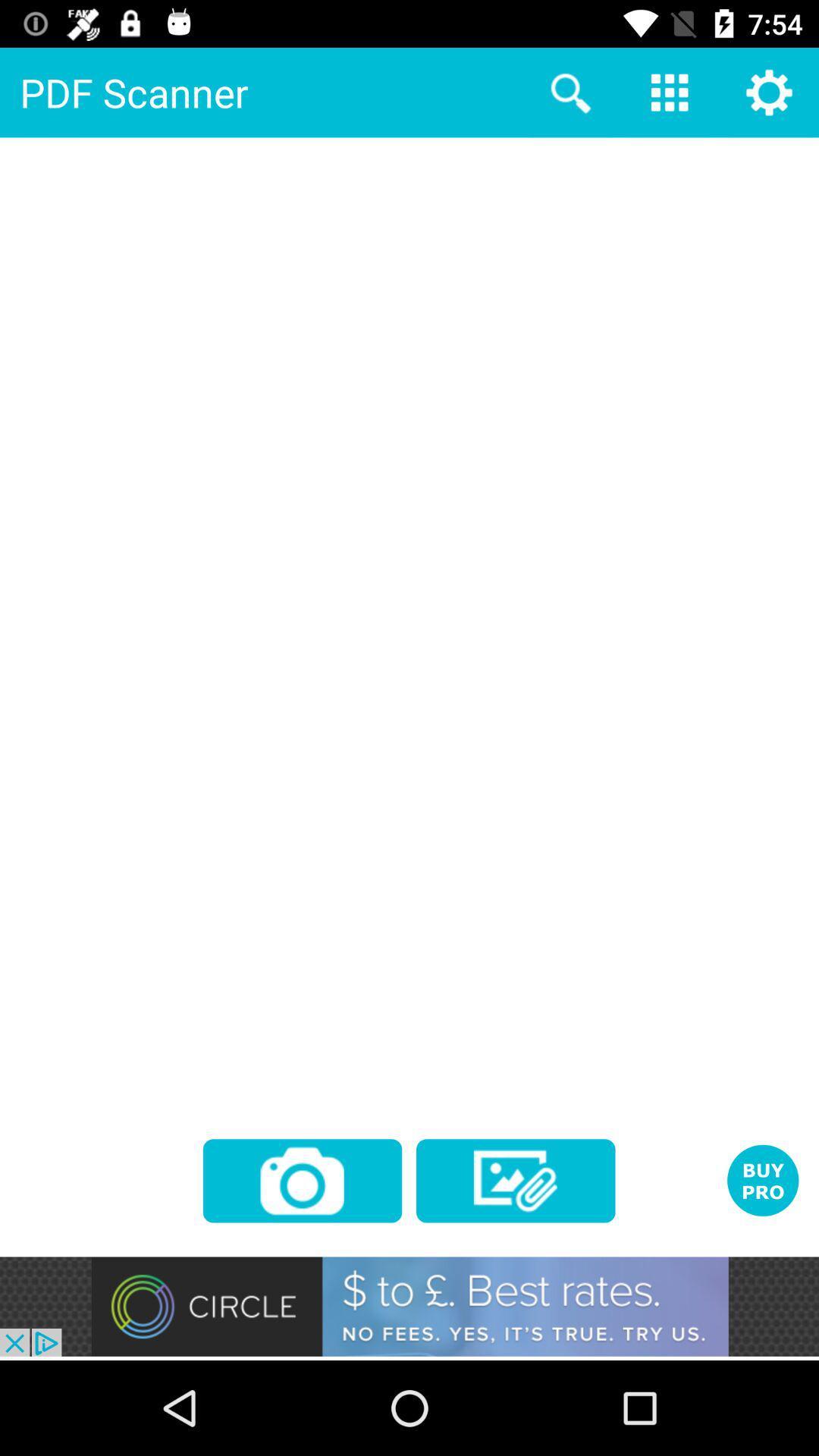 The height and width of the screenshot is (1456, 819). What do you see at coordinates (763, 1179) in the screenshot?
I see `to buy` at bounding box center [763, 1179].